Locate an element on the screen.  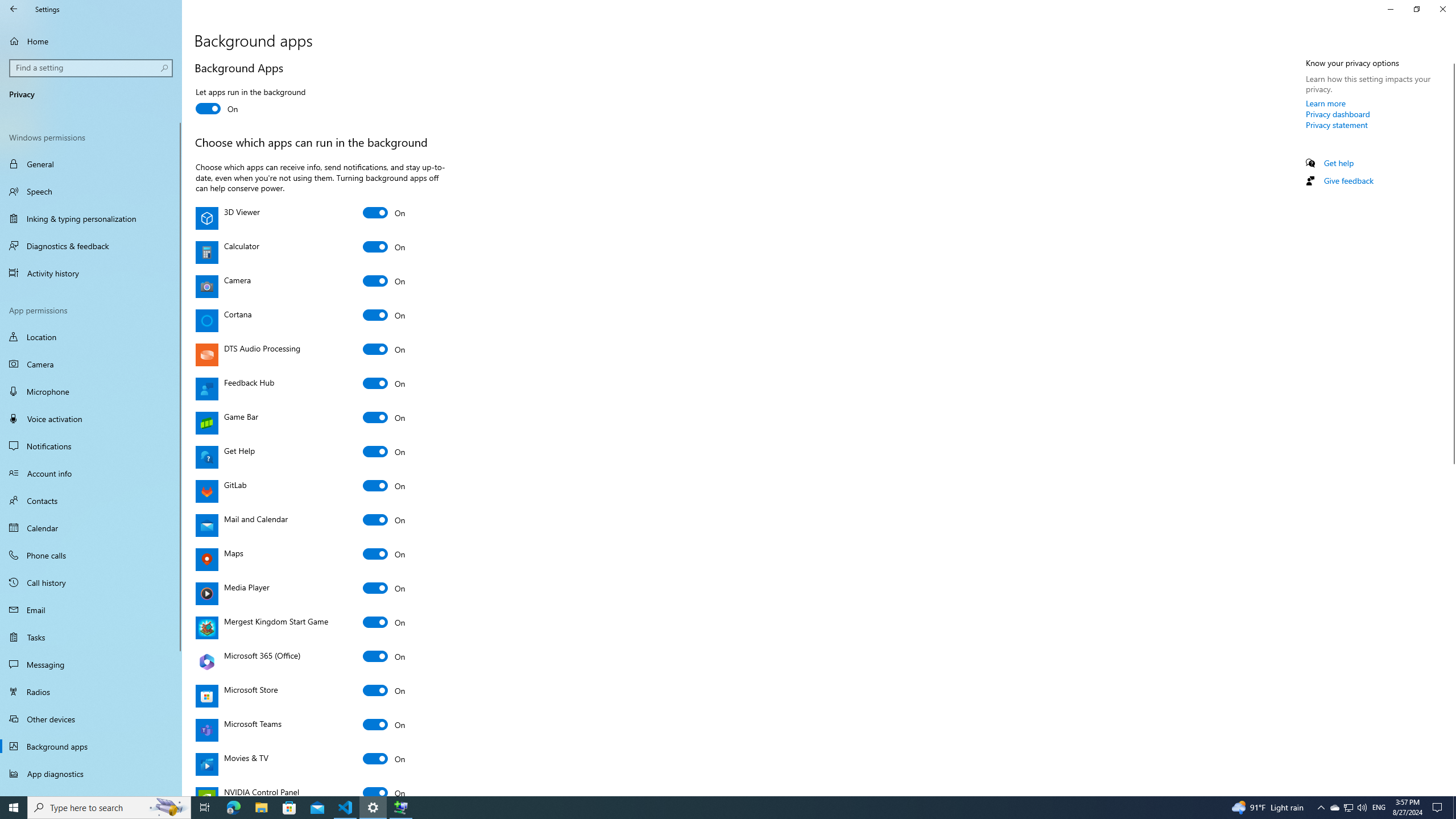
'Cortana' is located at coordinates (383, 315).